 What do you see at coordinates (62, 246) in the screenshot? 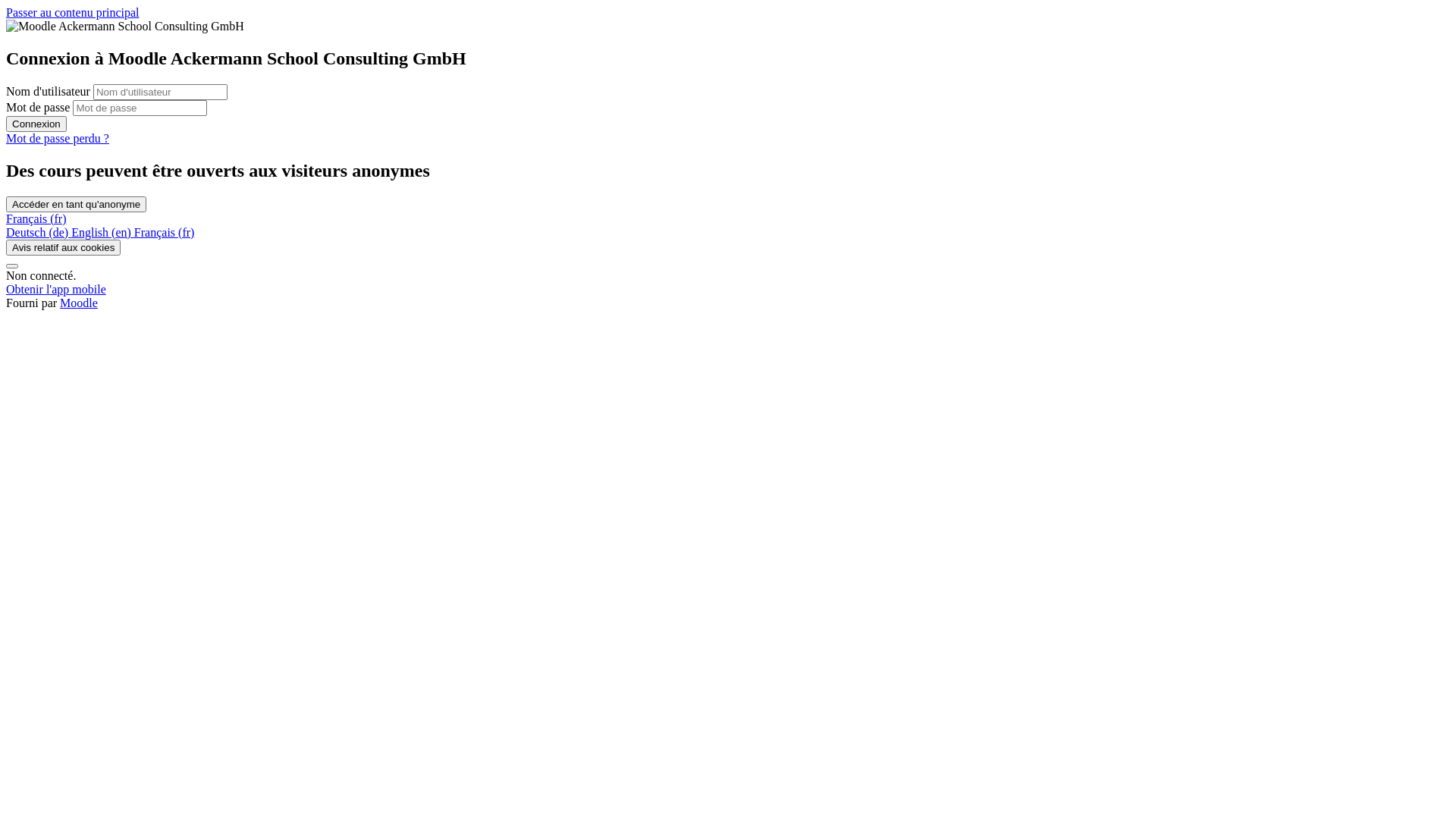
I see `'Avis relatif aux cookies'` at bounding box center [62, 246].